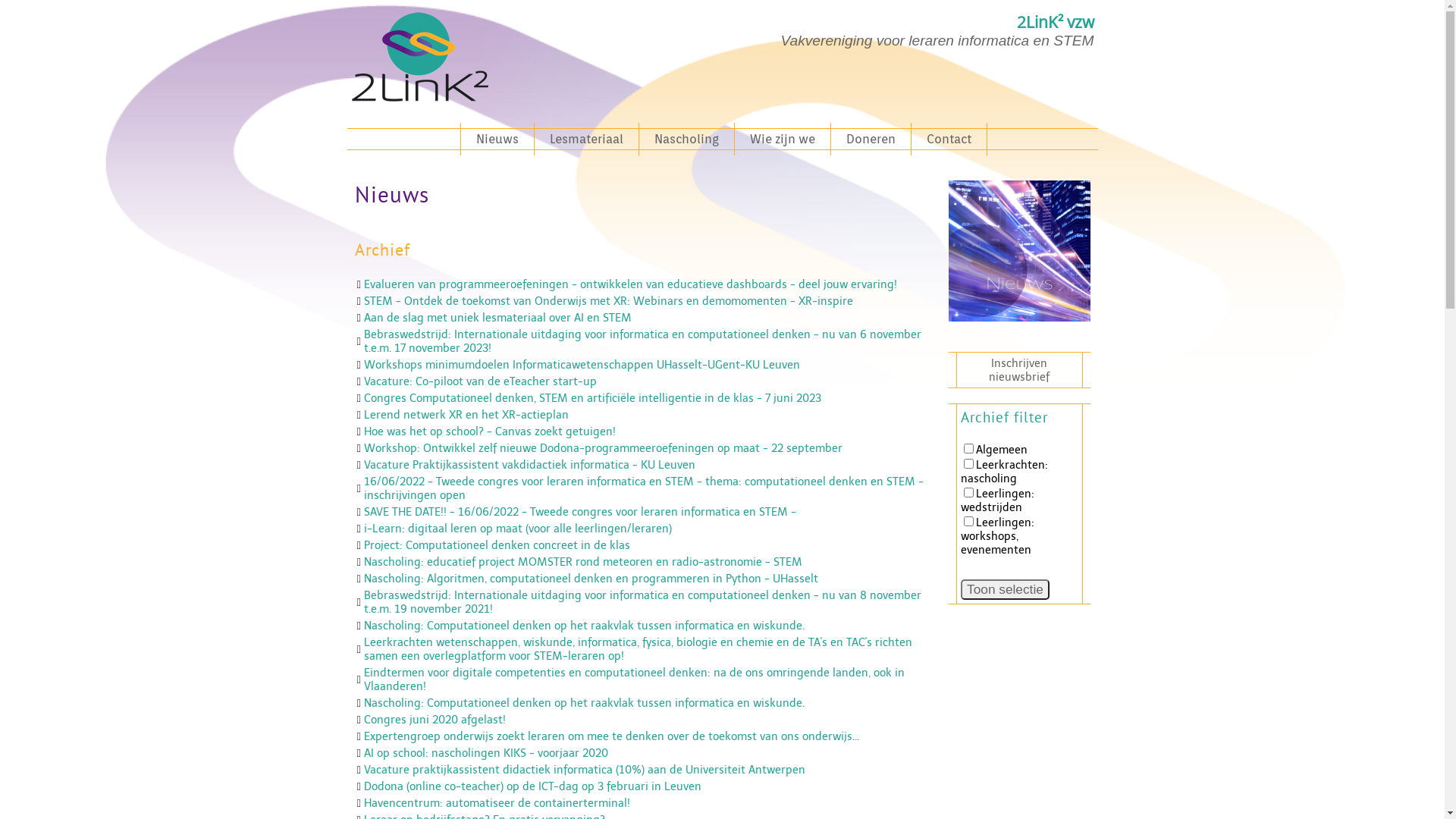 The image size is (1456, 819). Describe the element at coordinates (486, 752) in the screenshot. I see `'AI op school: nascholingen KIKS - voorjaar 2020'` at that location.